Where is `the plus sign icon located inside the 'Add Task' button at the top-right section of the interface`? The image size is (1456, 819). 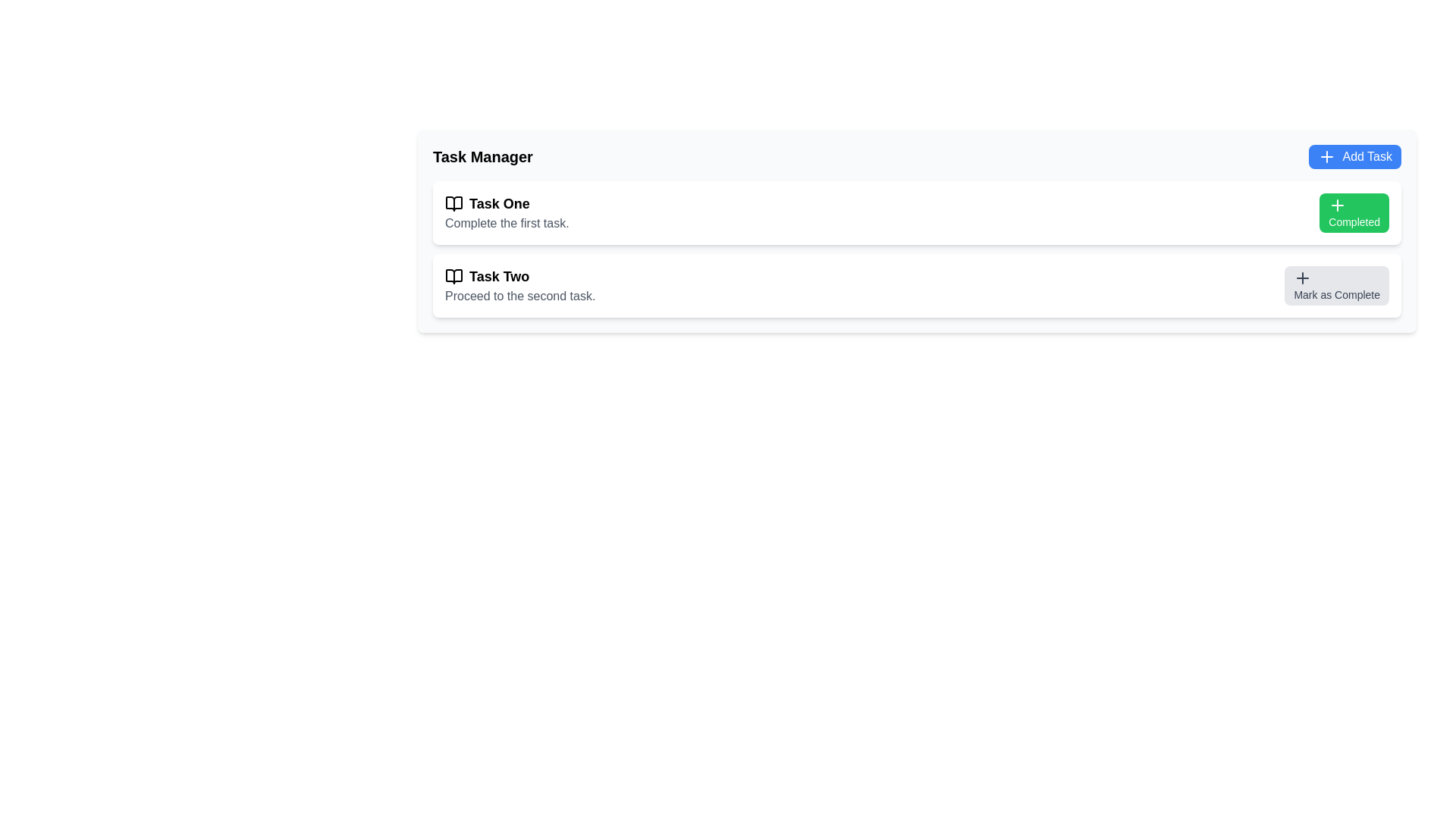
the plus sign icon located inside the 'Add Task' button at the top-right section of the interface is located at coordinates (1326, 157).